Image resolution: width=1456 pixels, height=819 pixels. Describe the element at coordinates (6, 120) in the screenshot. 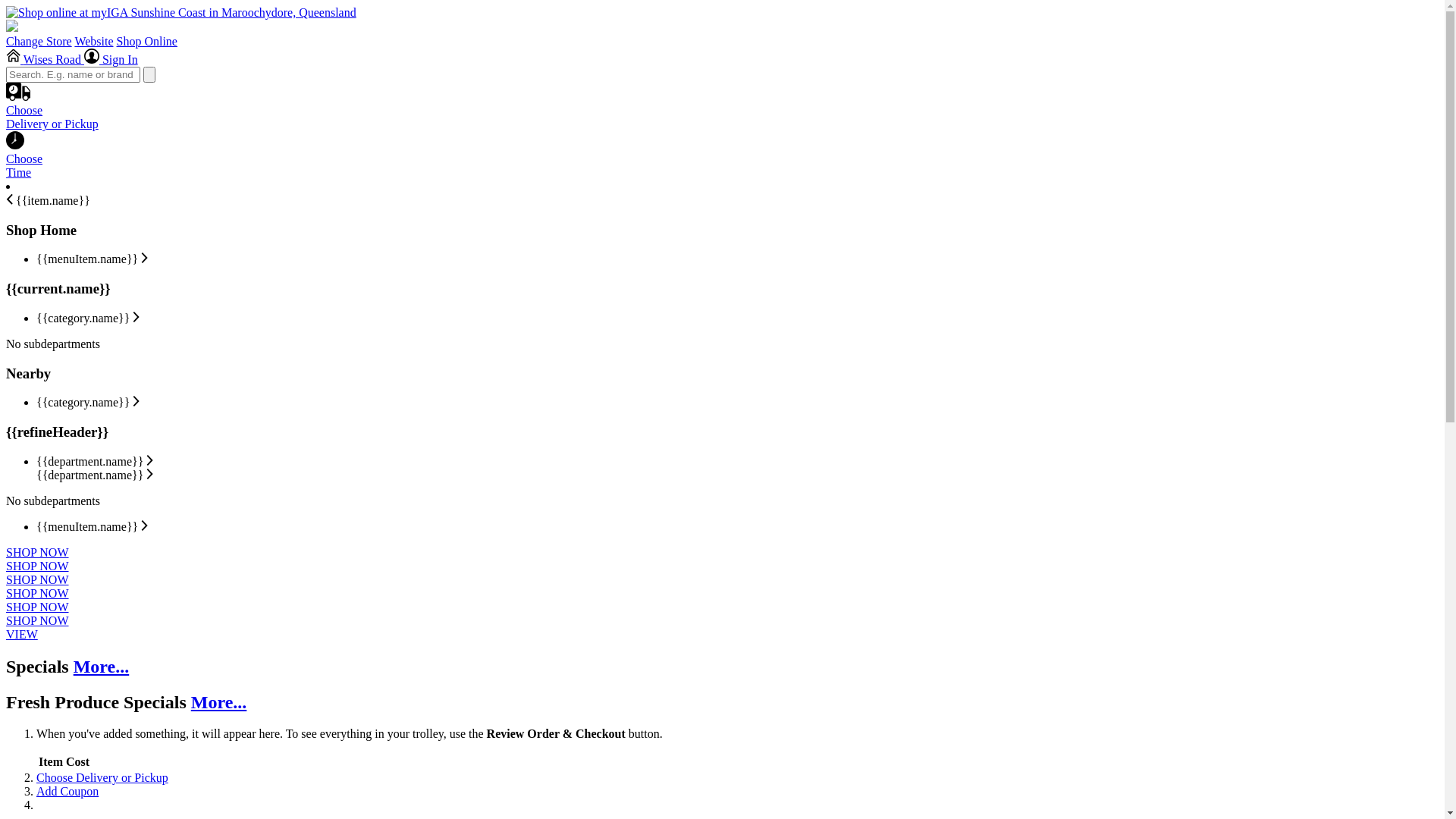

I see `'Choose` at that location.